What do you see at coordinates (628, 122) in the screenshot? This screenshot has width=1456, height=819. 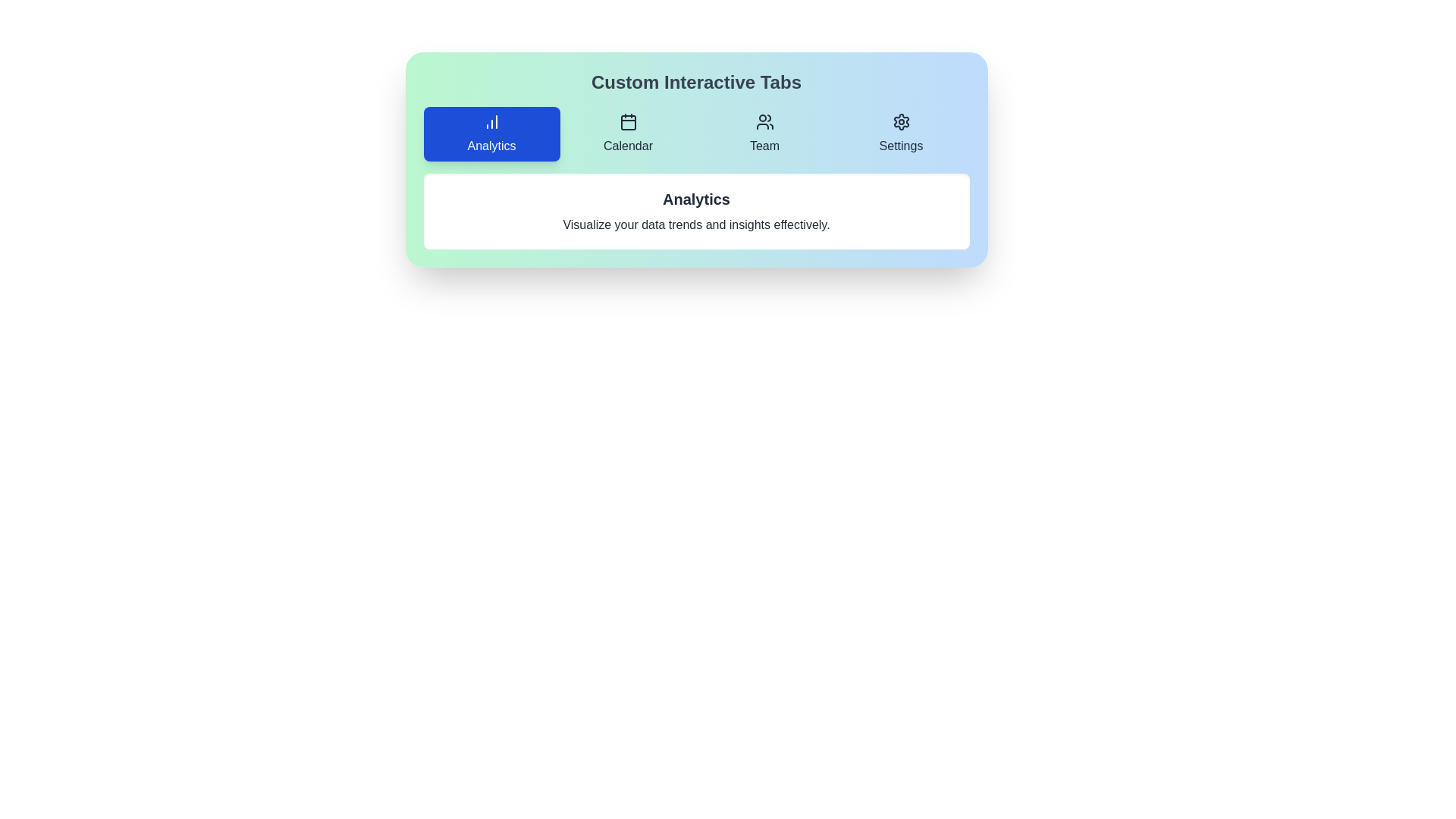 I see `the calendar icon located in the second tab of the navigation bar, which visually represents the 'Calendar' tab` at bounding box center [628, 122].